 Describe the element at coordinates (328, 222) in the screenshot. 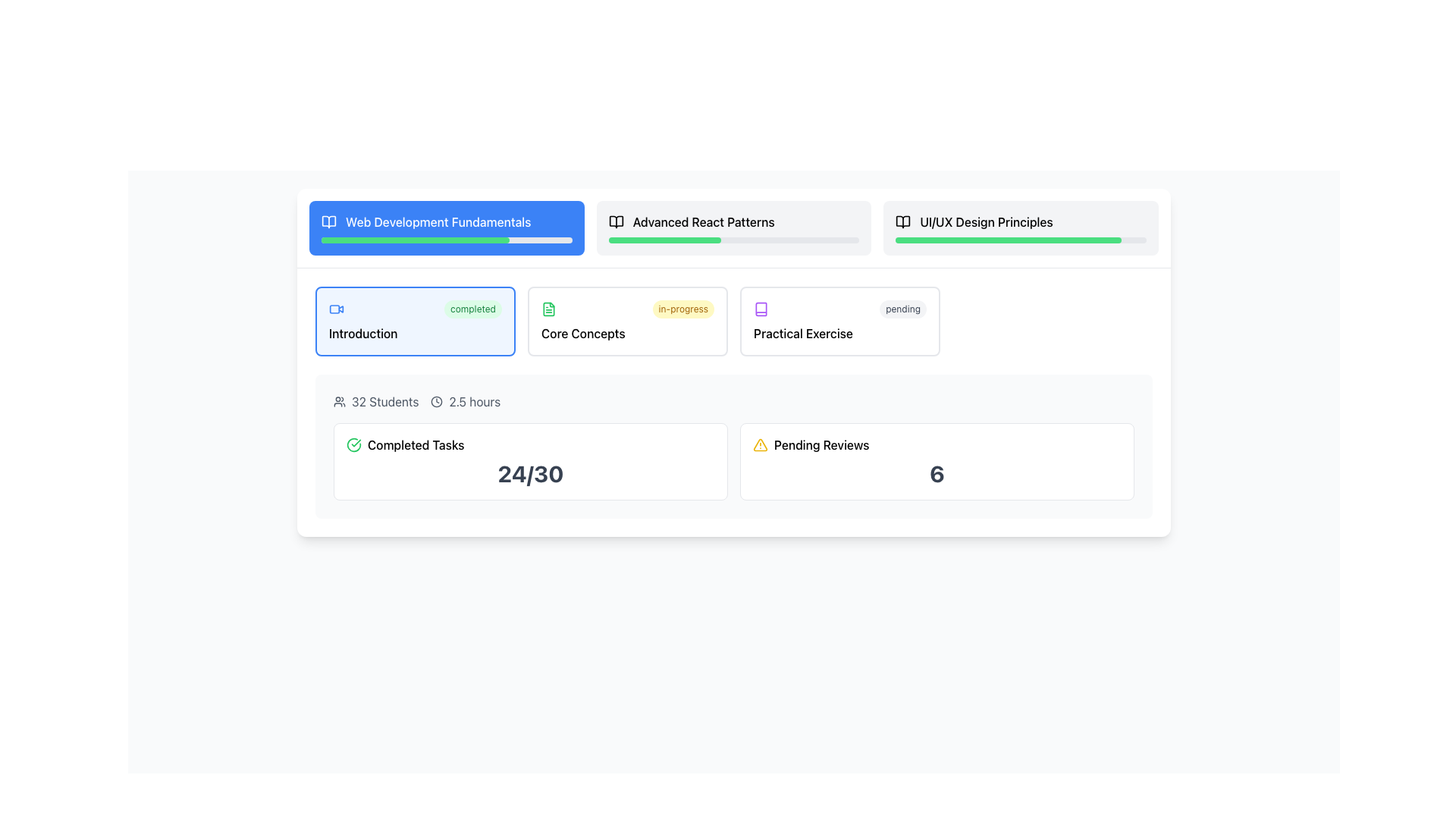

I see `the book icon located to the far left of the 'Web Development Fundamentals' title bar, which serves as a visual indicator for the course` at that location.